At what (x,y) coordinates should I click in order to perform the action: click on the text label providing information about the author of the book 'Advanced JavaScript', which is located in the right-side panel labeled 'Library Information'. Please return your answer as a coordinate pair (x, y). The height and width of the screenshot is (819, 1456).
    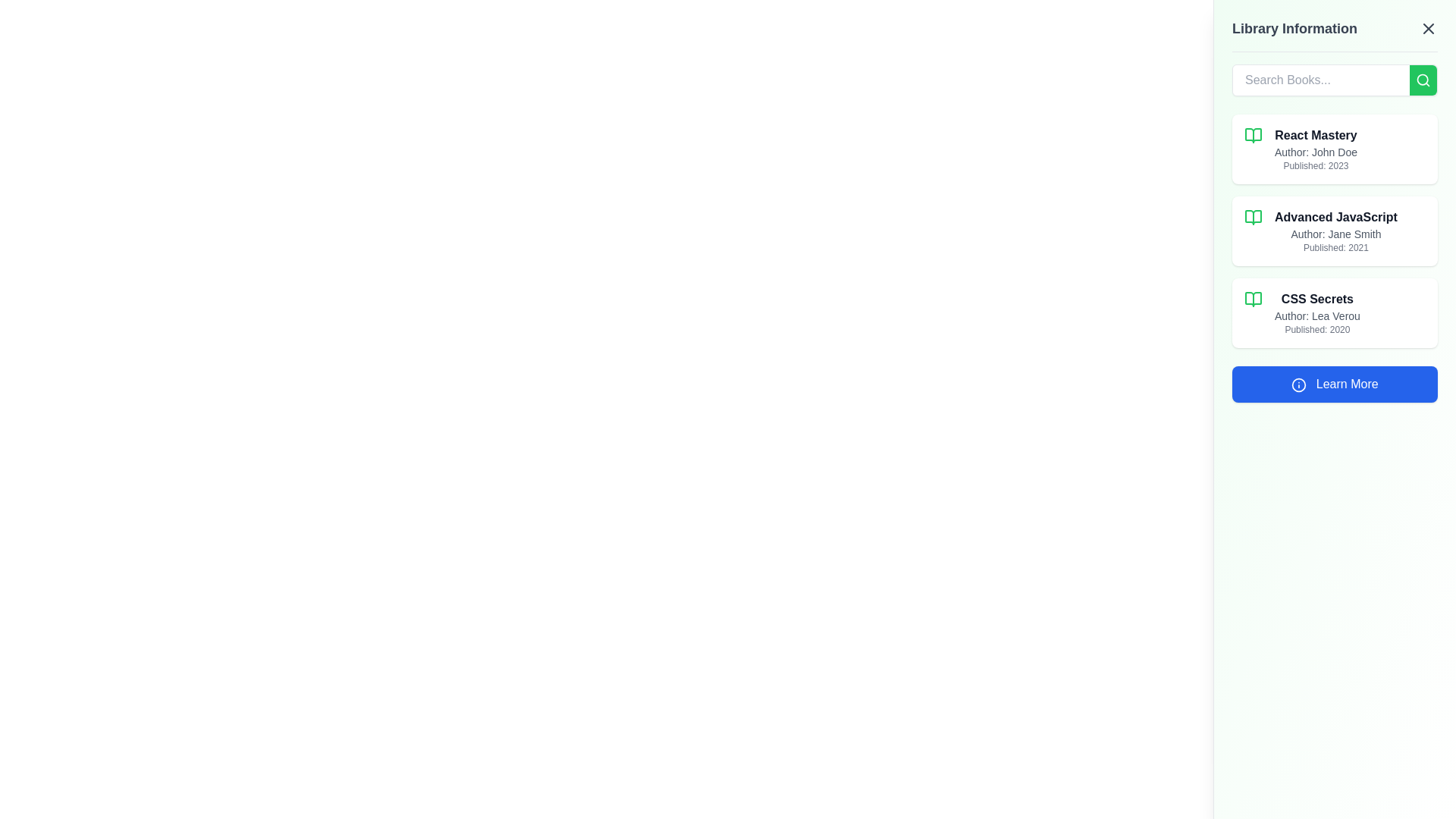
    Looking at the image, I should click on (1335, 234).